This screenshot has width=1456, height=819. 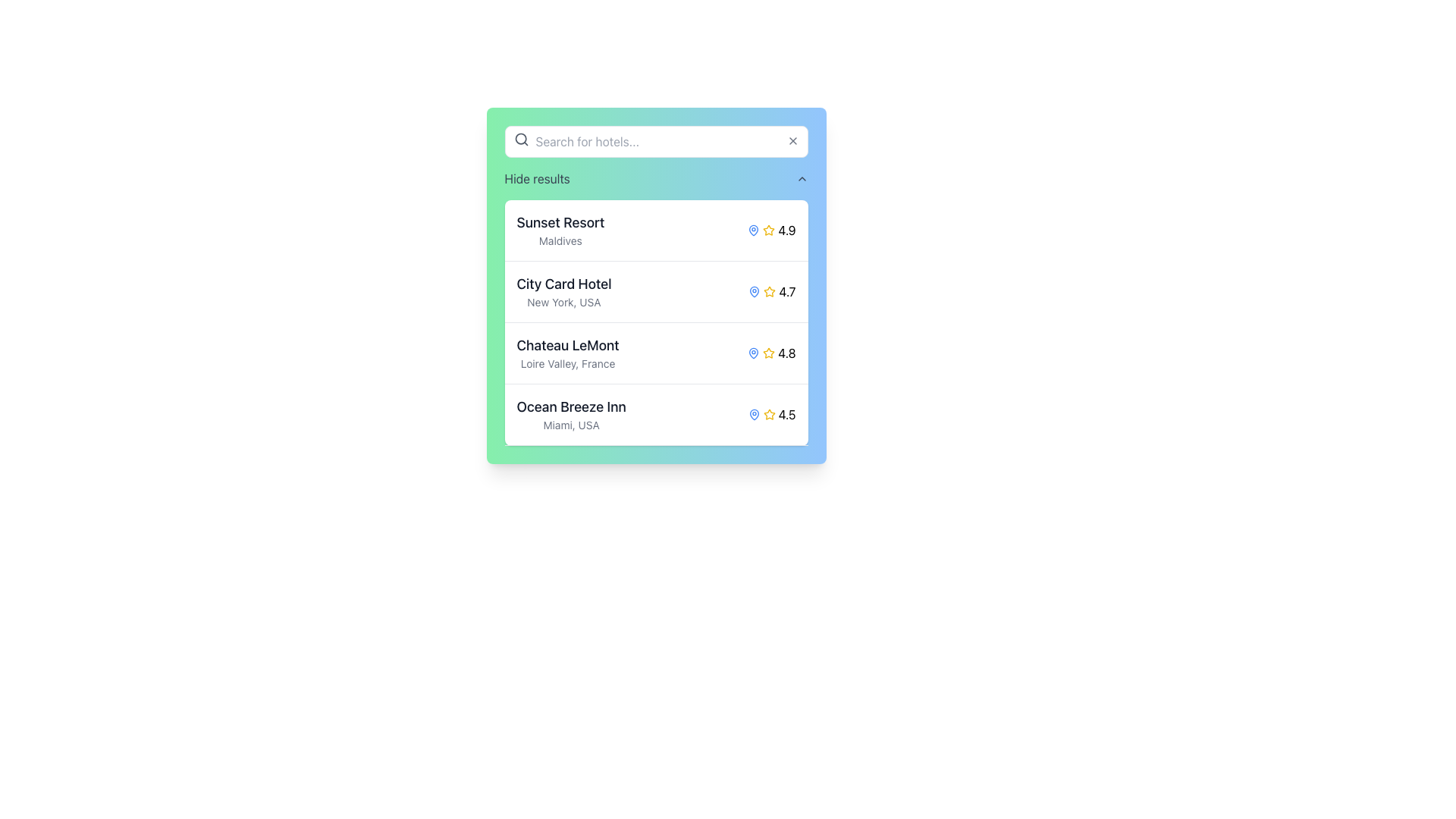 What do you see at coordinates (754, 353) in the screenshot?
I see `the blue location pin icon representing the 'Chateau LeMont' hotel, which is located in the third row of the hotel list, to the right of its text description and above its star rating indicator` at bounding box center [754, 353].